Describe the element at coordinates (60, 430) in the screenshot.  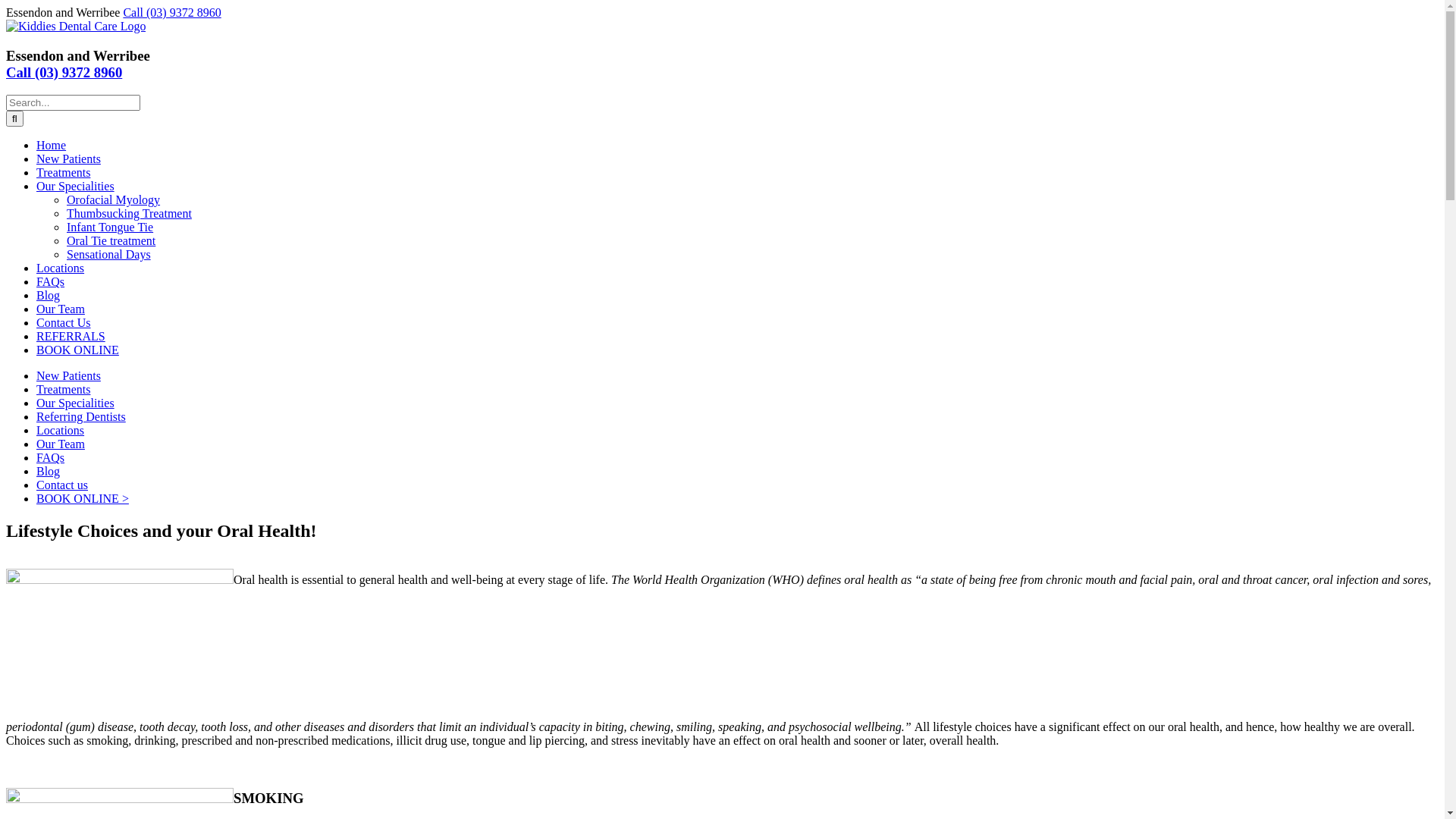
I see `'Locations'` at that location.